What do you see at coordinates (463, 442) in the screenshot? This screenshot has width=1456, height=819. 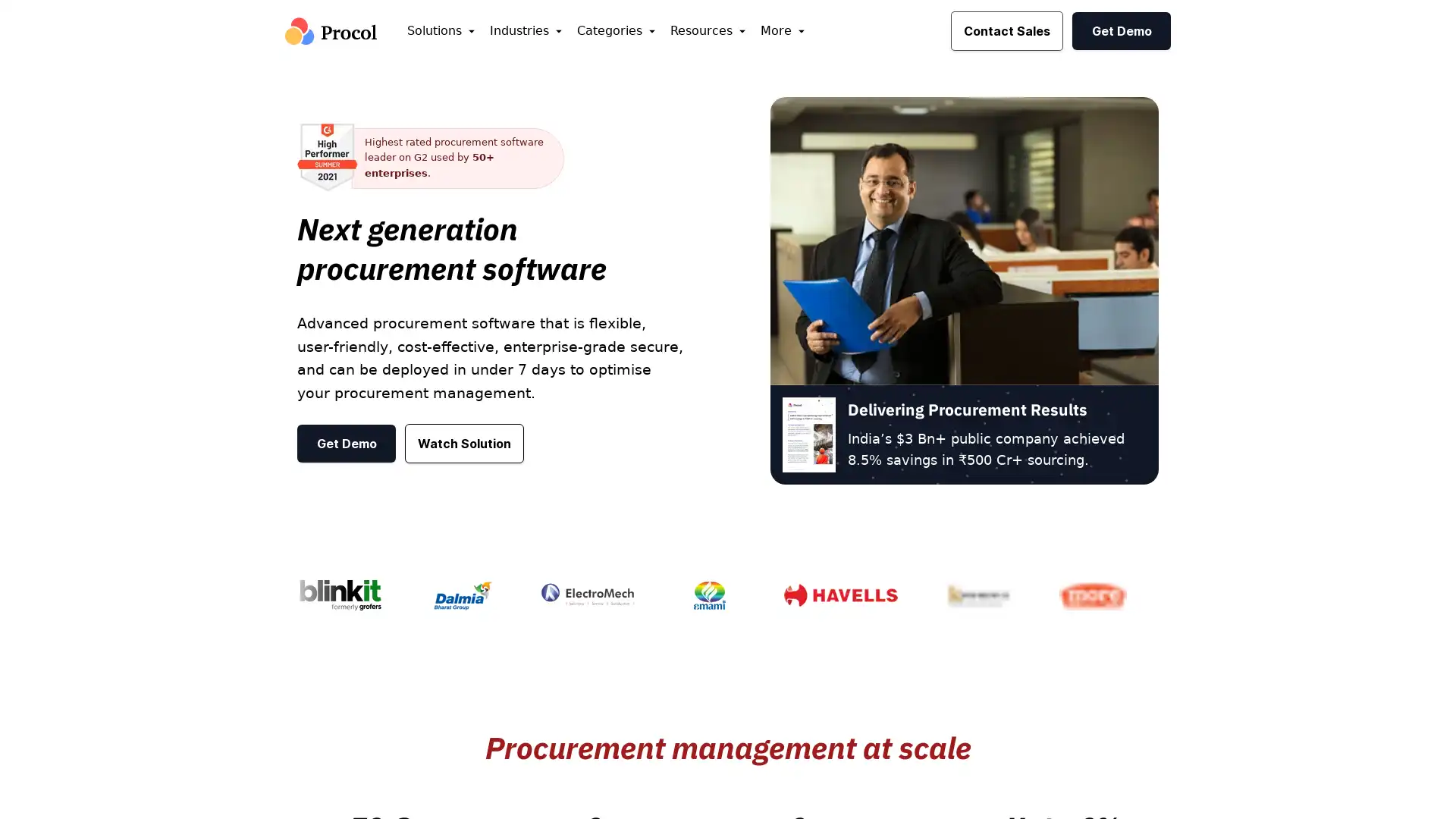 I see `Watch Solution` at bounding box center [463, 442].